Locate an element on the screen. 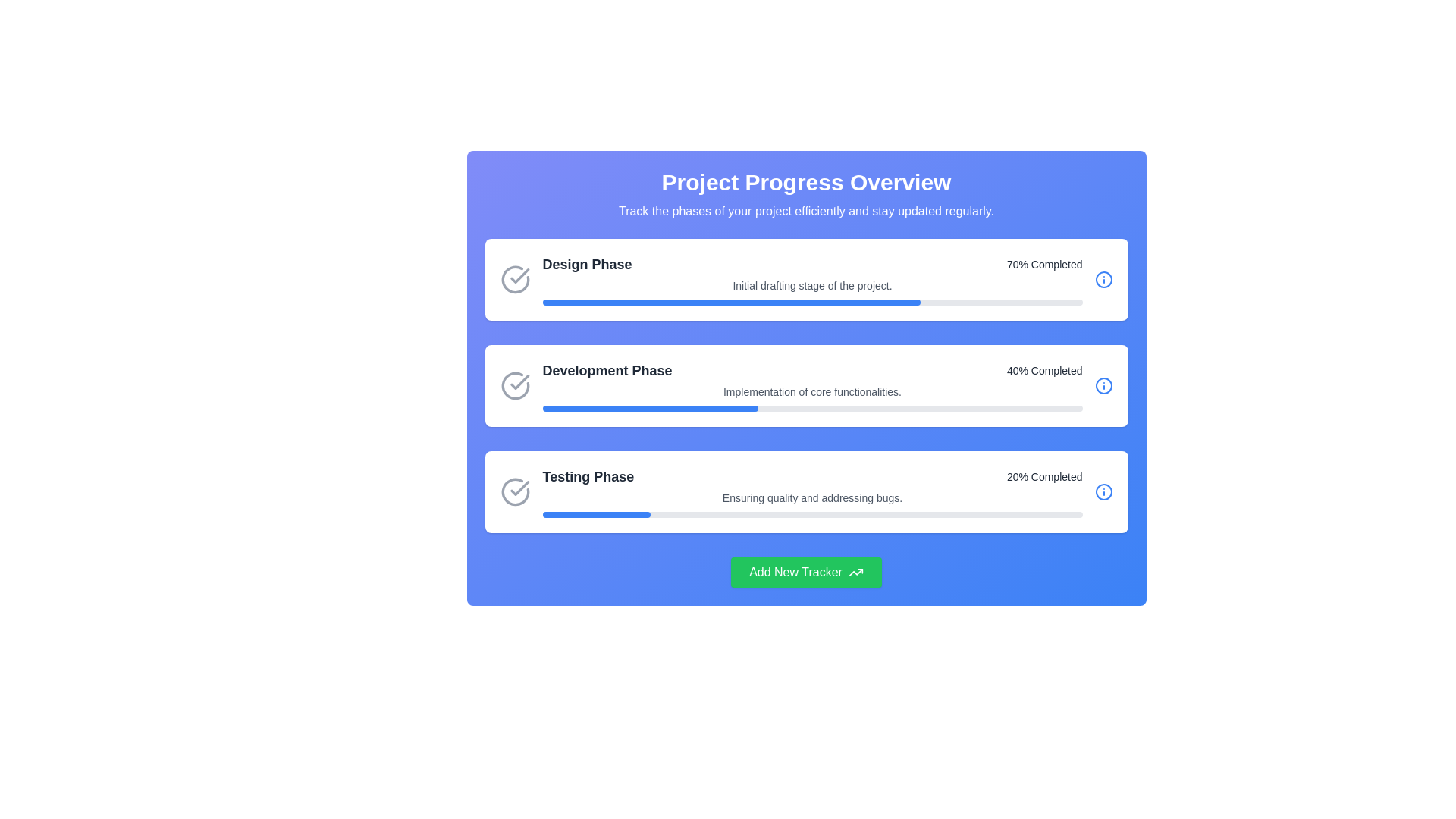  the informational/help icon located on the right side of the 'Testing Phase' block, aligned with the '20% Completed' text is located at coordinates (1103, 491).